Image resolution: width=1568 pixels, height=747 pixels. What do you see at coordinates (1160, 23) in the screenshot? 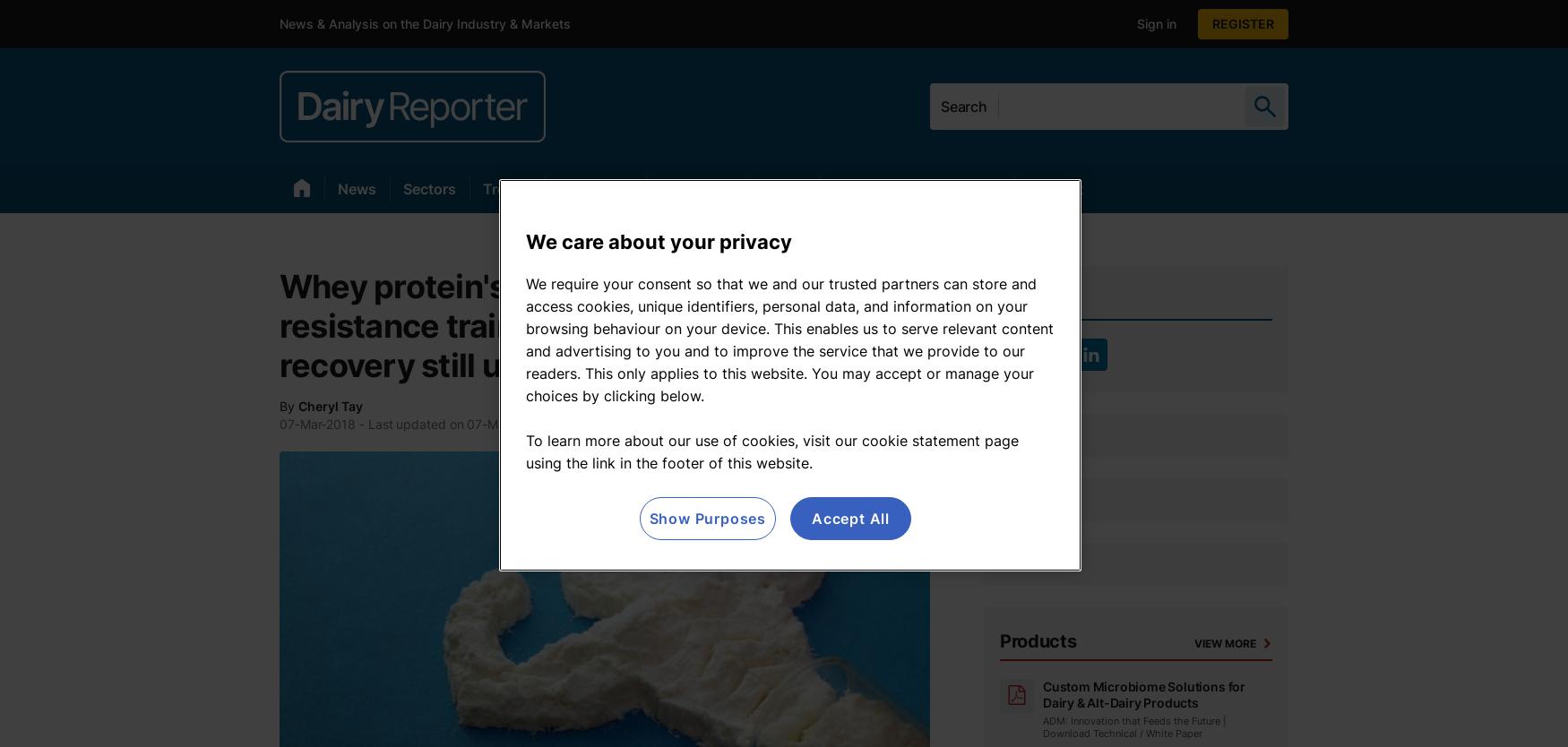
I see `'Sign out'` at bounding box center [1160, 23].